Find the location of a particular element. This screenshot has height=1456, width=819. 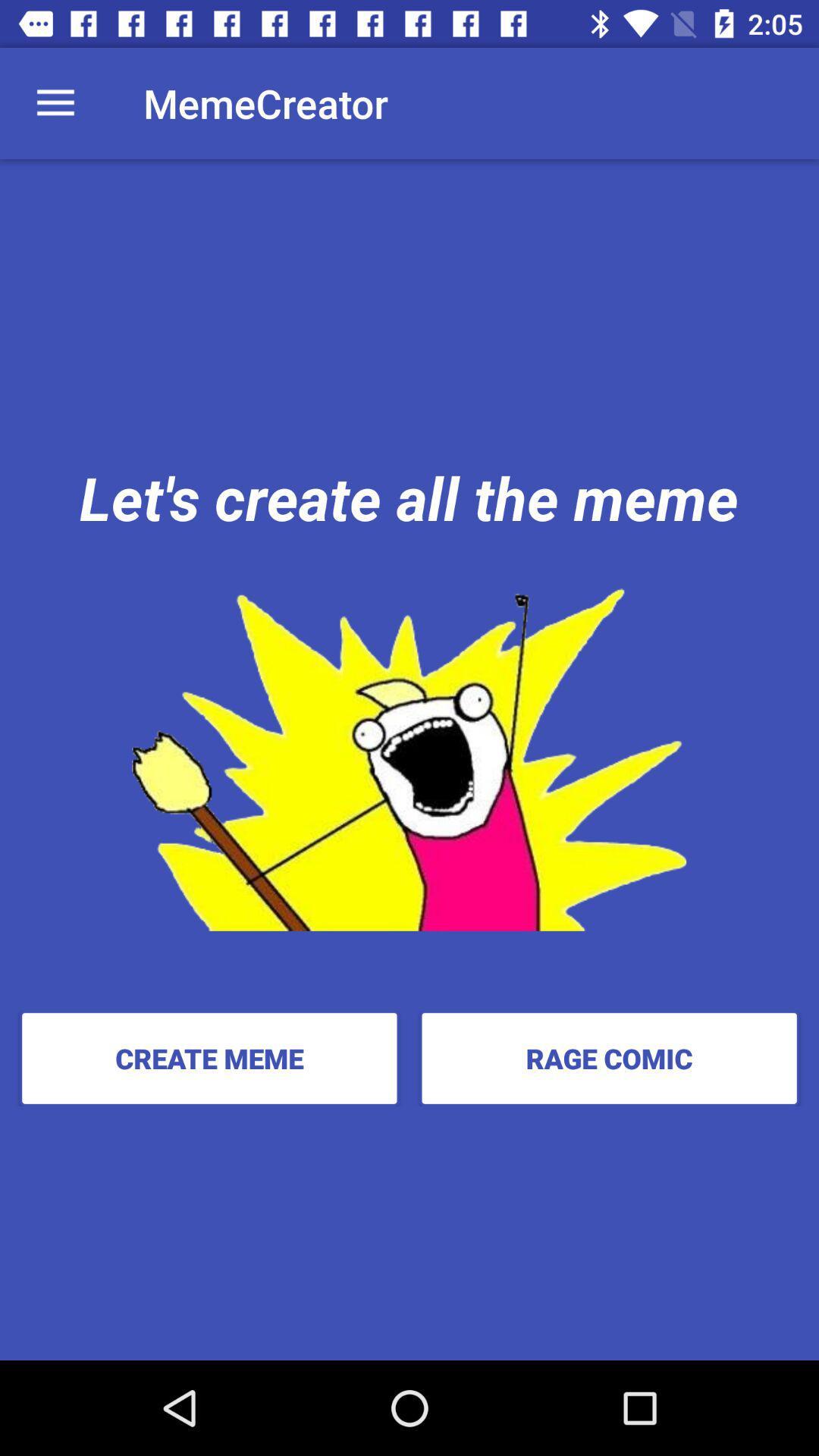

the rage comic item is located at coordinates (608, 1057).